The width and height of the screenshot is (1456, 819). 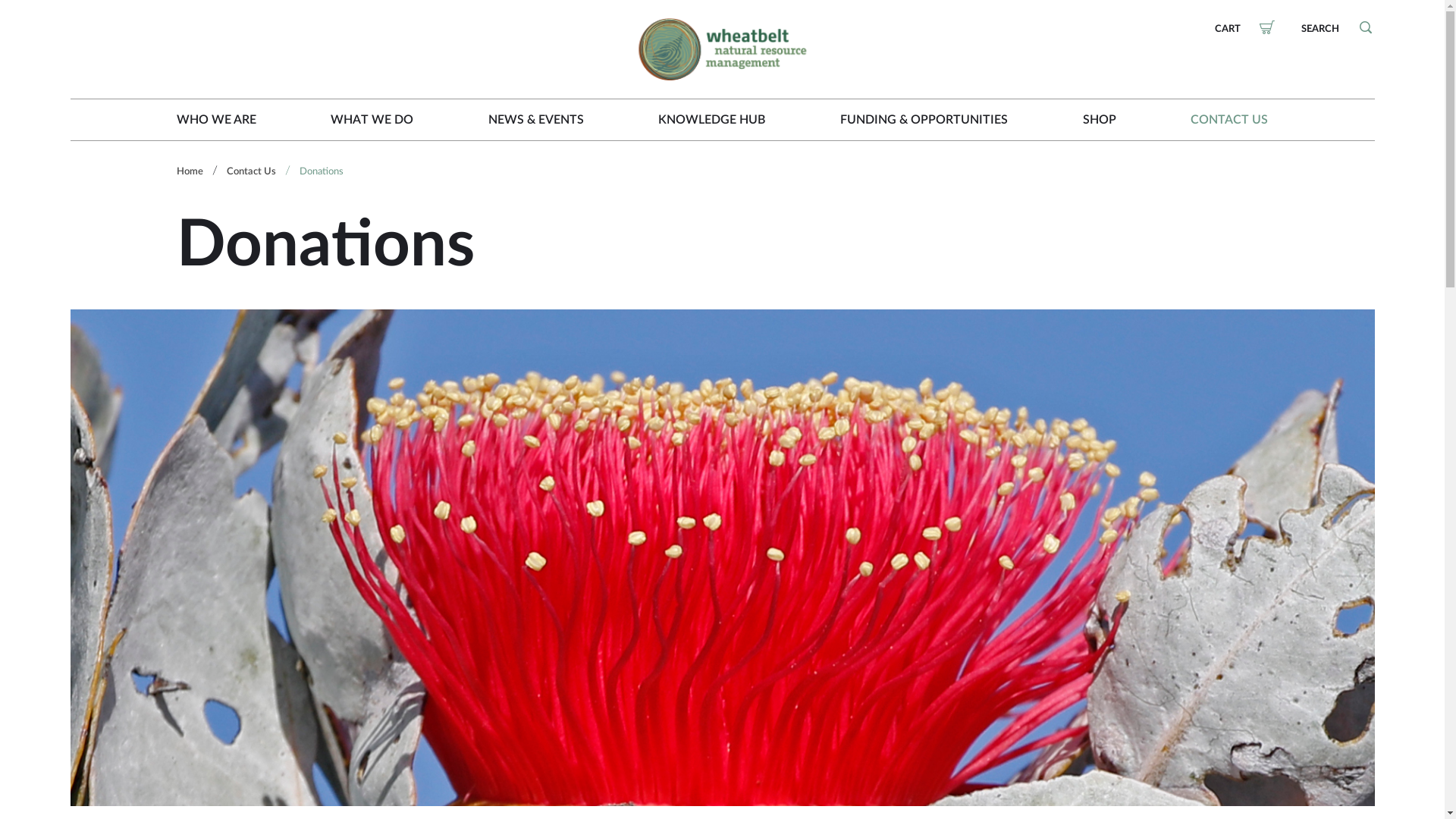 I want to click on 'SHOP', so click(x=1082, y=119).